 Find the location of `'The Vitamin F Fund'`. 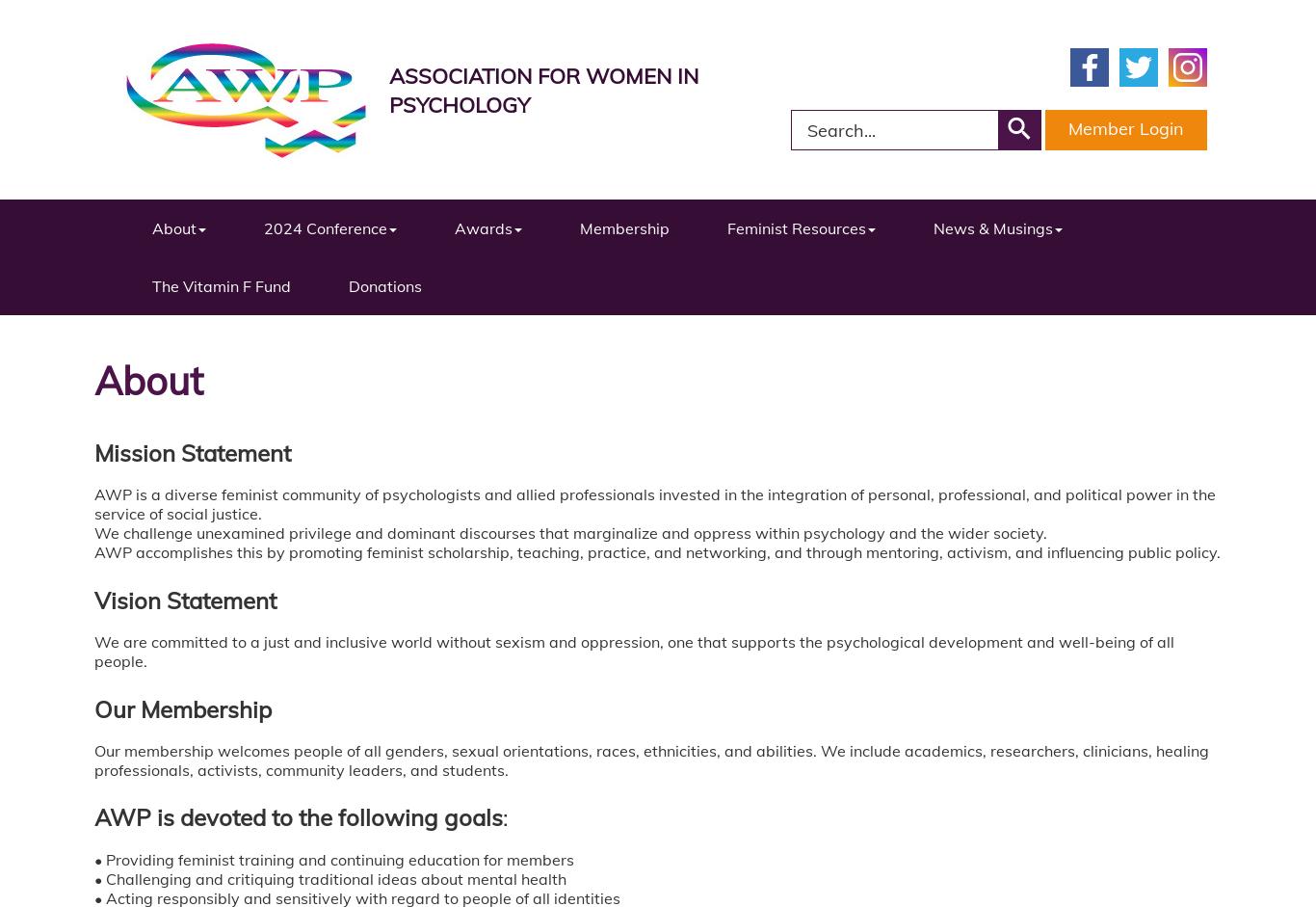

'The Vitamin F Fund' is located at coordinates (222, 285).